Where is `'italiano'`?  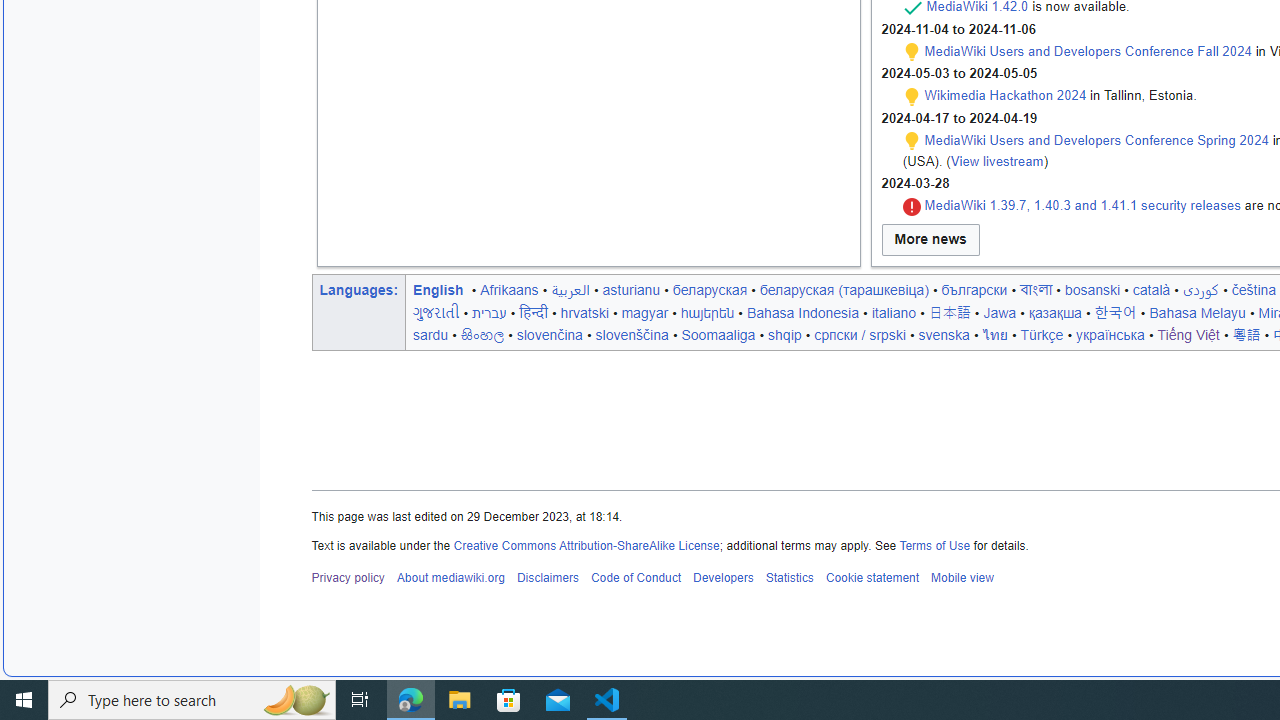 'italiano' is located at coordinates (892, 312).